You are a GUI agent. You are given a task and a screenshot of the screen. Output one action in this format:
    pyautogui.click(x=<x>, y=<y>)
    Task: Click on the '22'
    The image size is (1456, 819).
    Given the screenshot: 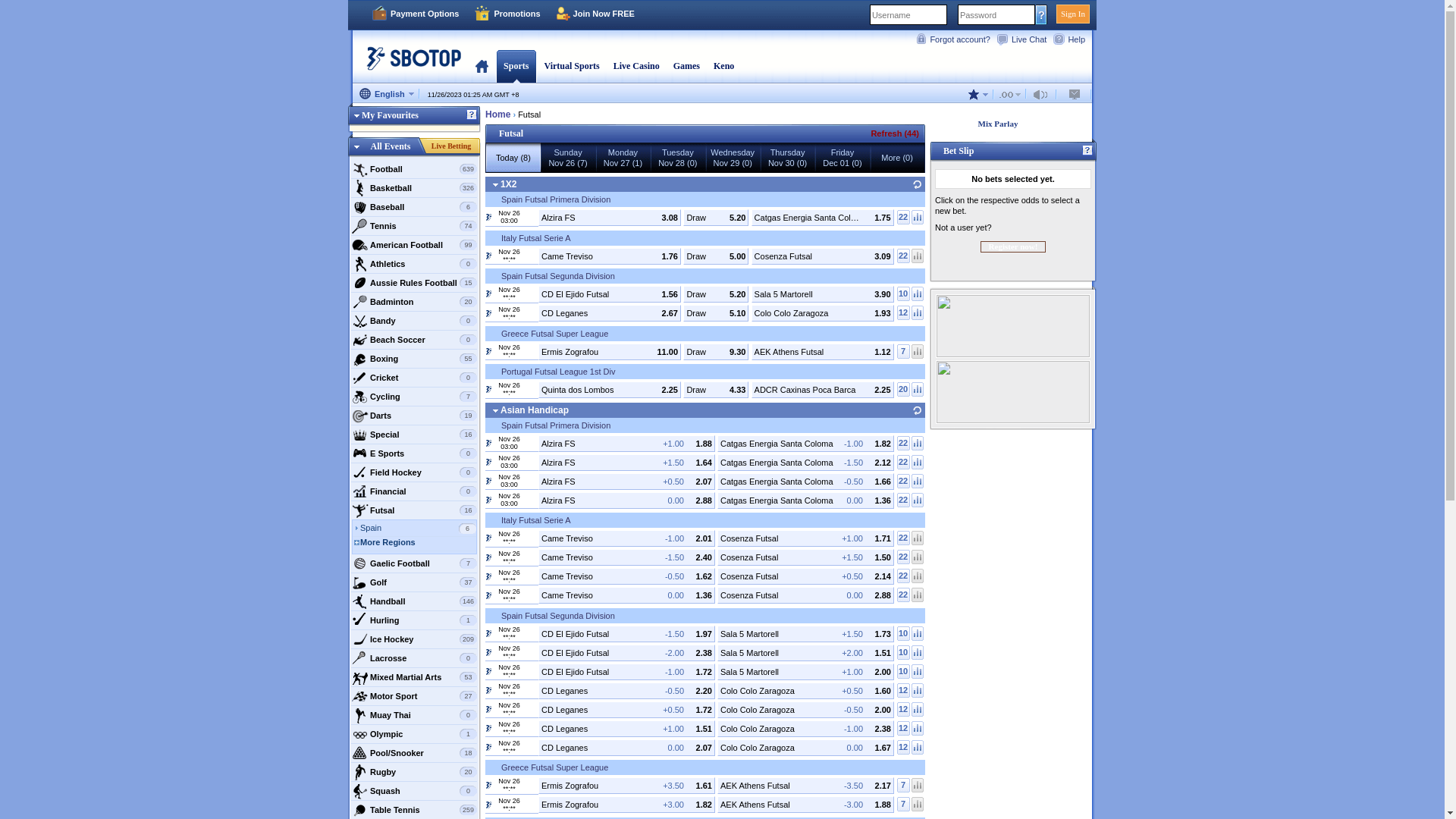 What is the action you would take?
    pyautogui.click(x=896, y=442)
    